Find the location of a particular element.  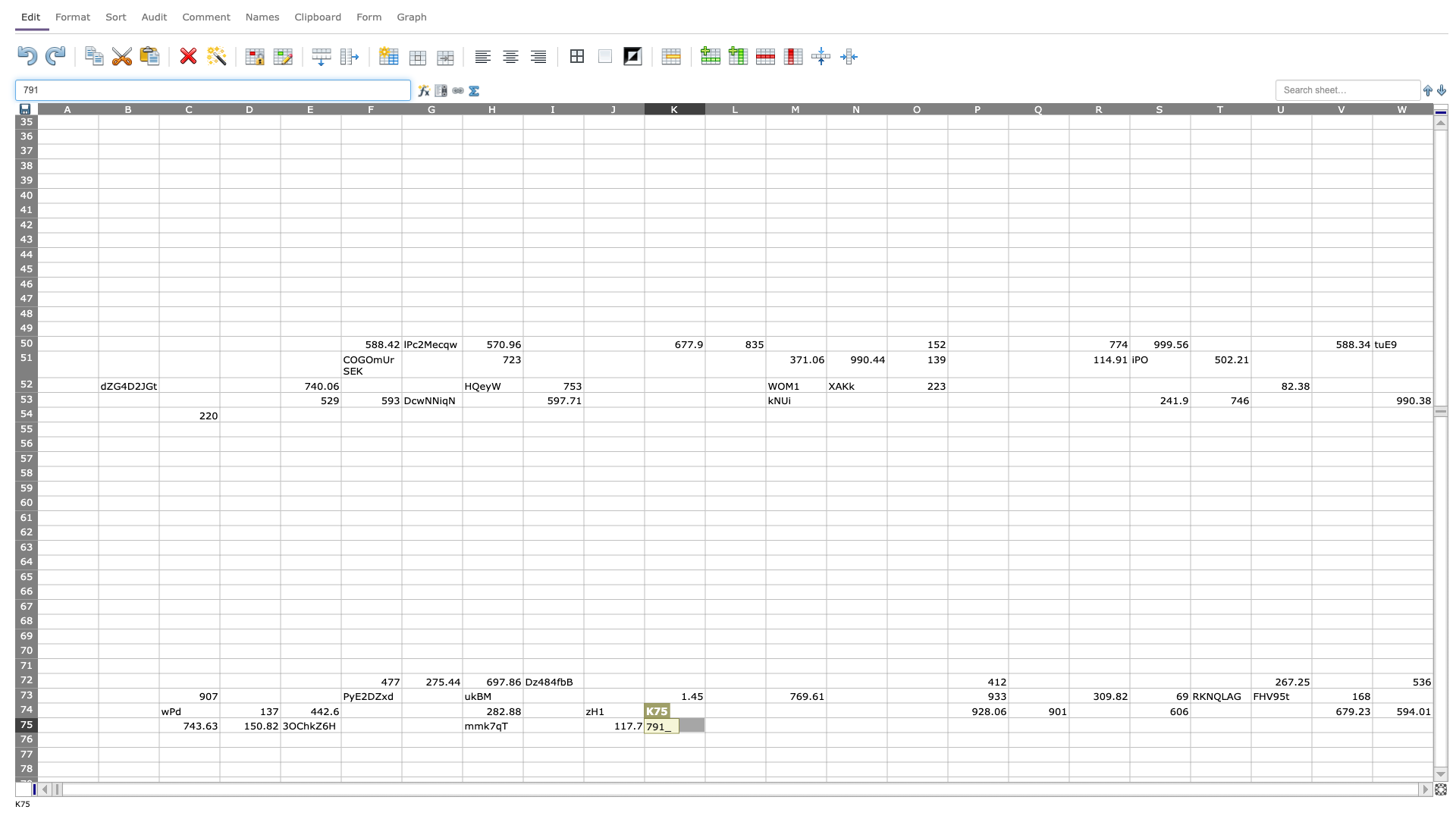

Upper left corner of cell M75 is located at coordinates (765, 717).